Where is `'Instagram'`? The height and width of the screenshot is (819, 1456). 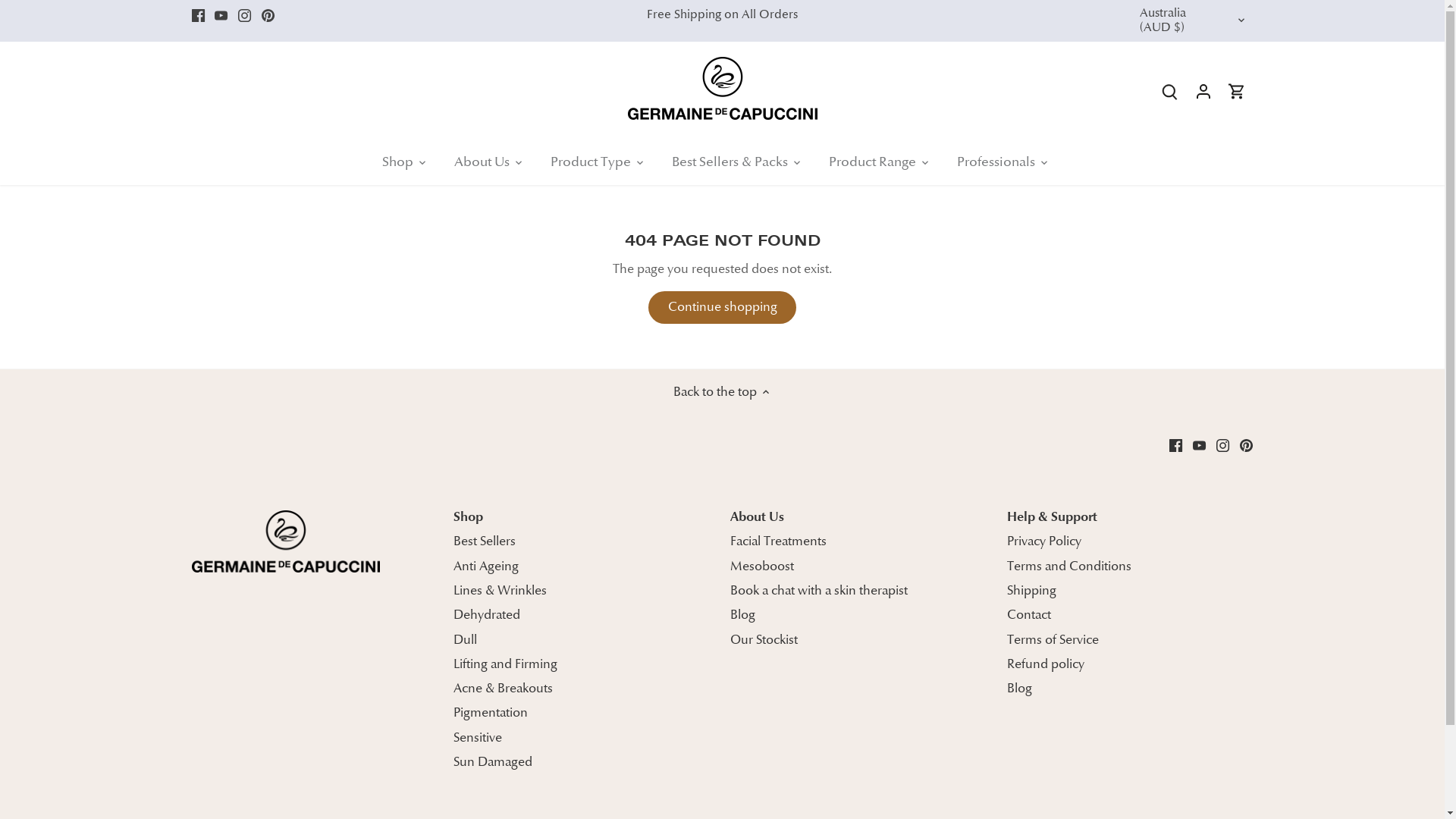
'Instagram' is located at coordinates (244, 14).